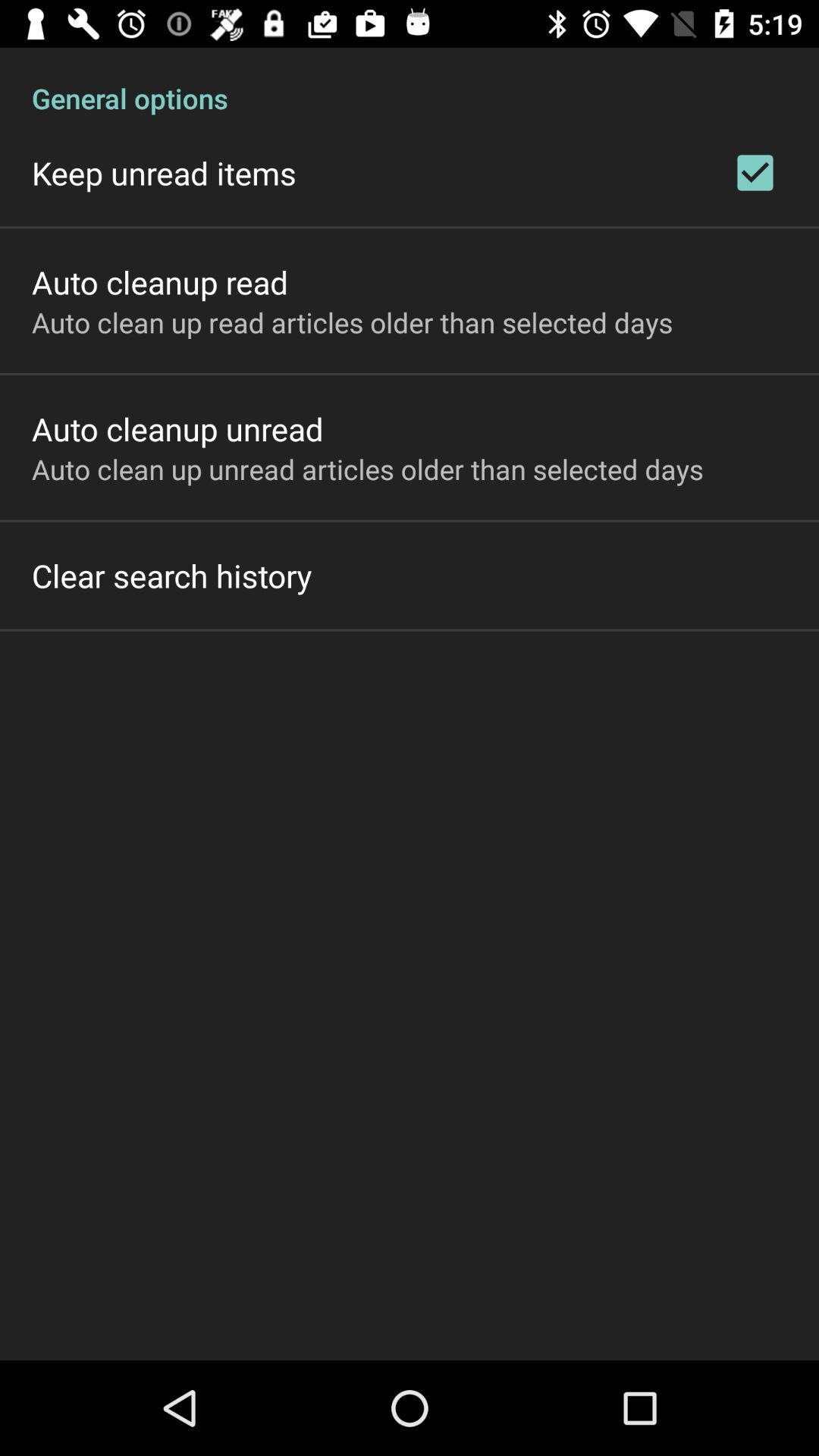 The height and width of the screenshot is (1456, 819). I want to click on the item to the right of the keep unread items item, so click(755, 172).